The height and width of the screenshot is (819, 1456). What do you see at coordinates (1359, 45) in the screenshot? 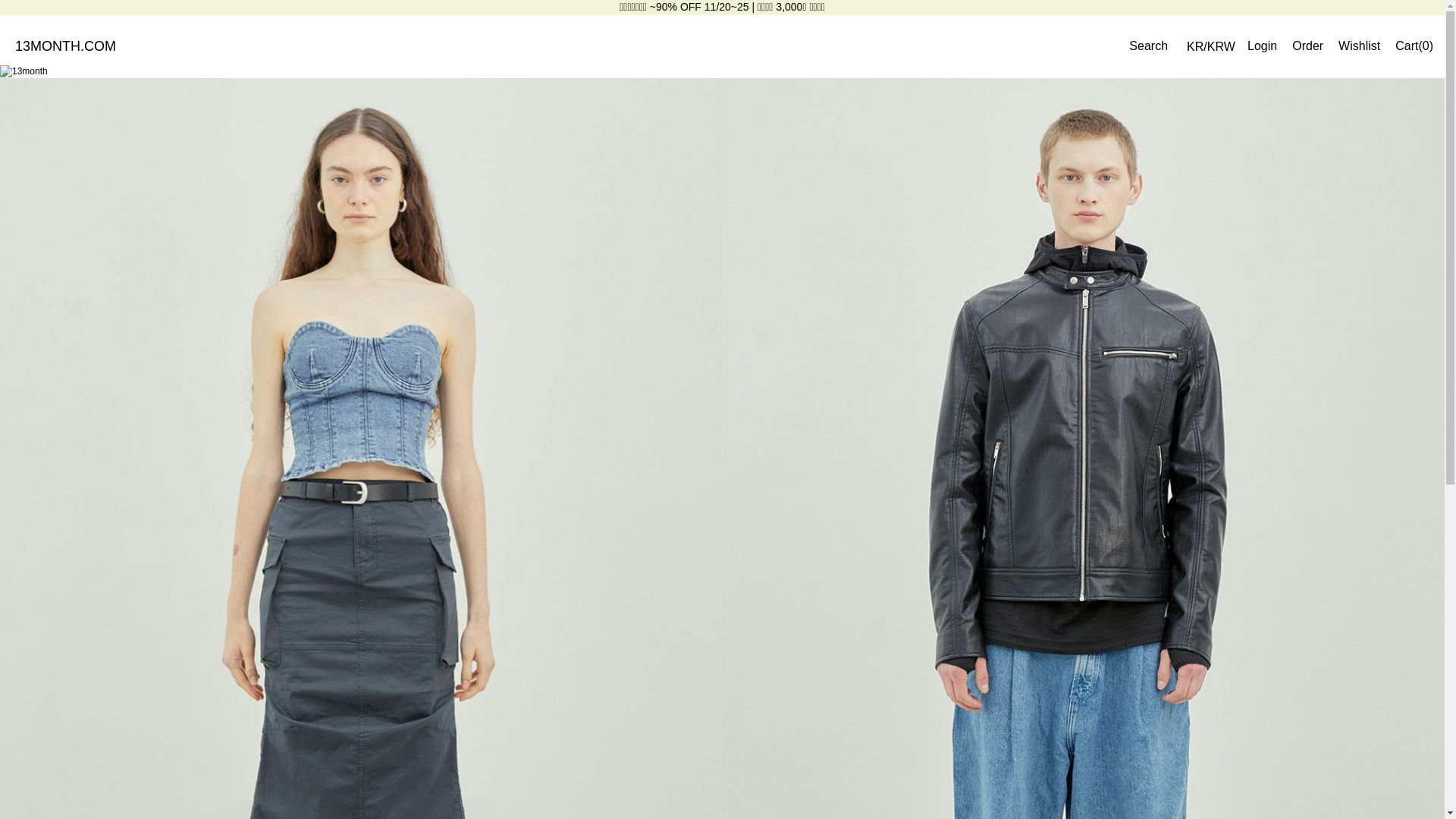
I see `'Wishlist'` at bounding box center [1359, 45].